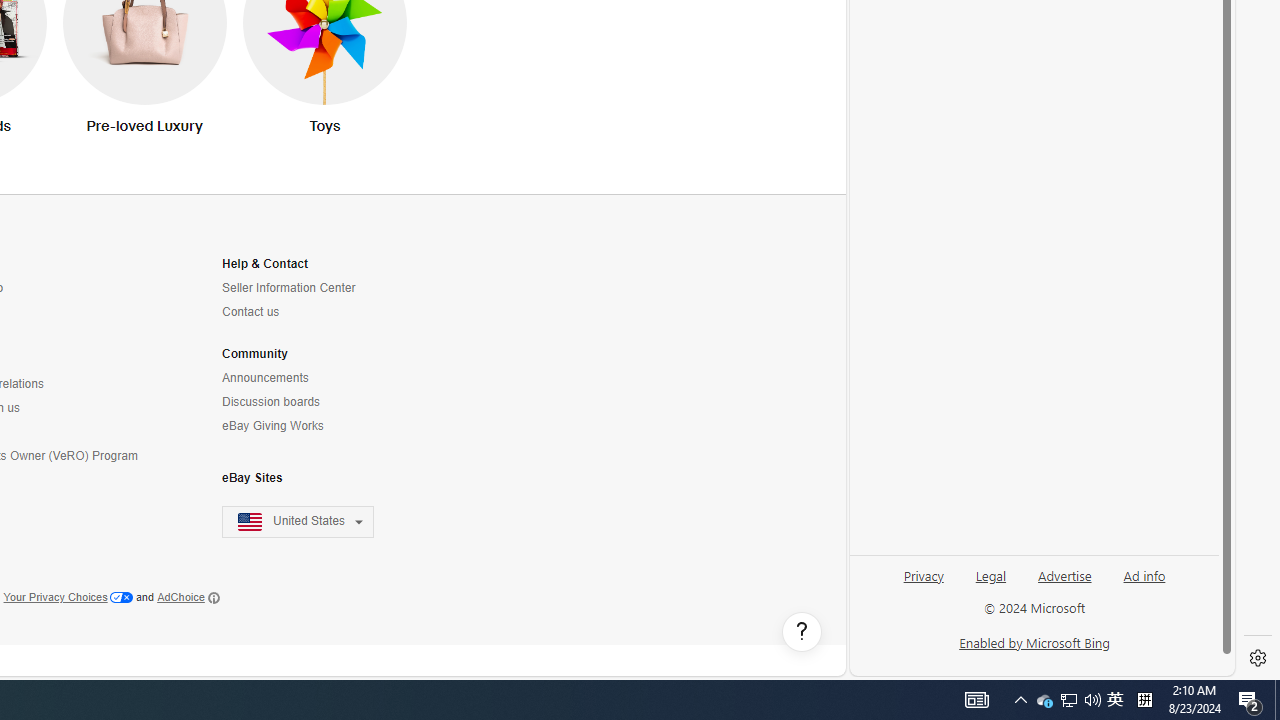 The height and width of the screenshot is (720, 1280). Describe the element at coordinates (309, 425) in the screenshot. I see `'eBay Giving Works'` at that location.